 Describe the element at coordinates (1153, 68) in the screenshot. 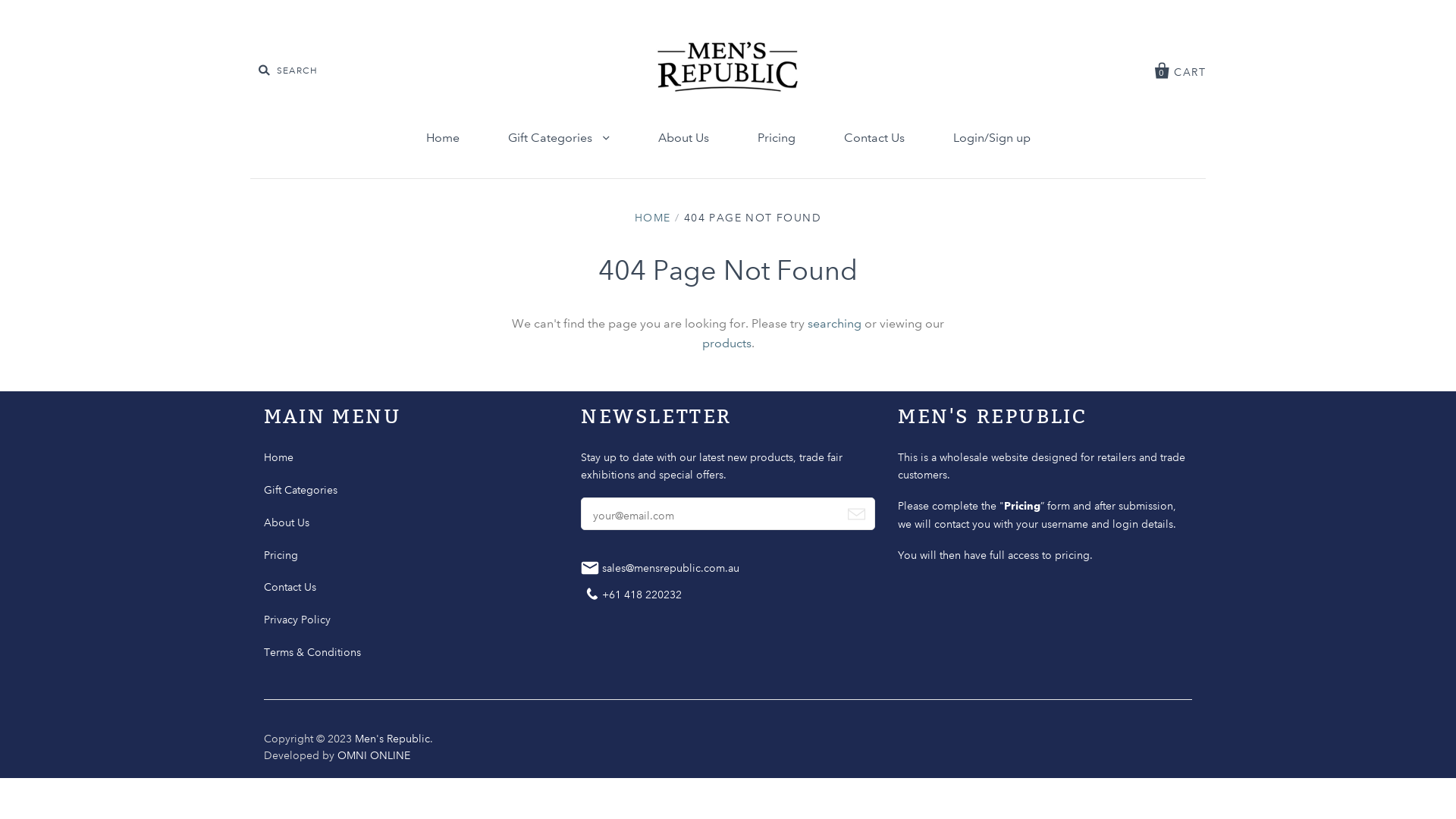

I see `'0` at that location.